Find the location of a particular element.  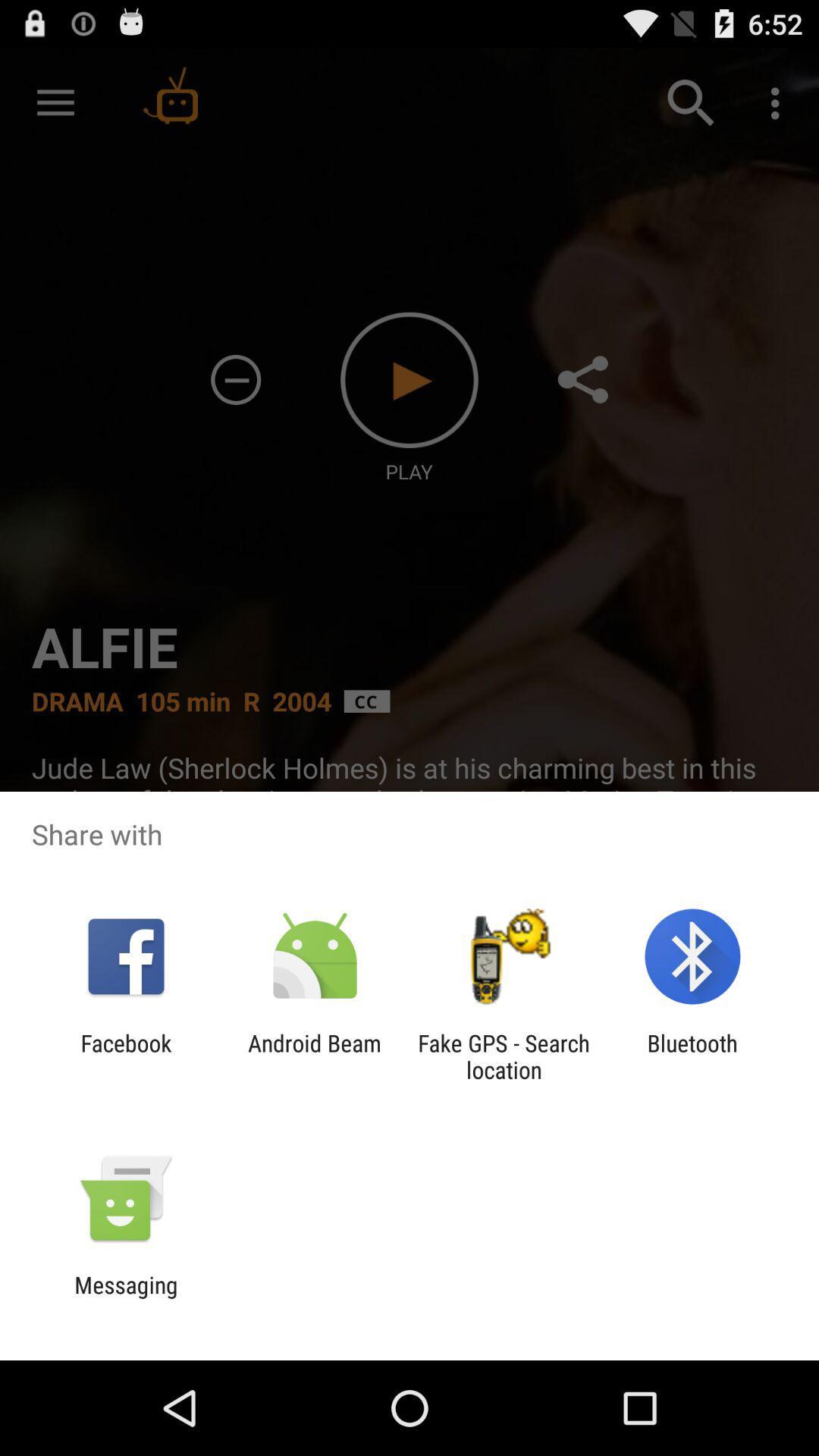

the item to the right of the fake gps search is located at coordinates (692, 1056).